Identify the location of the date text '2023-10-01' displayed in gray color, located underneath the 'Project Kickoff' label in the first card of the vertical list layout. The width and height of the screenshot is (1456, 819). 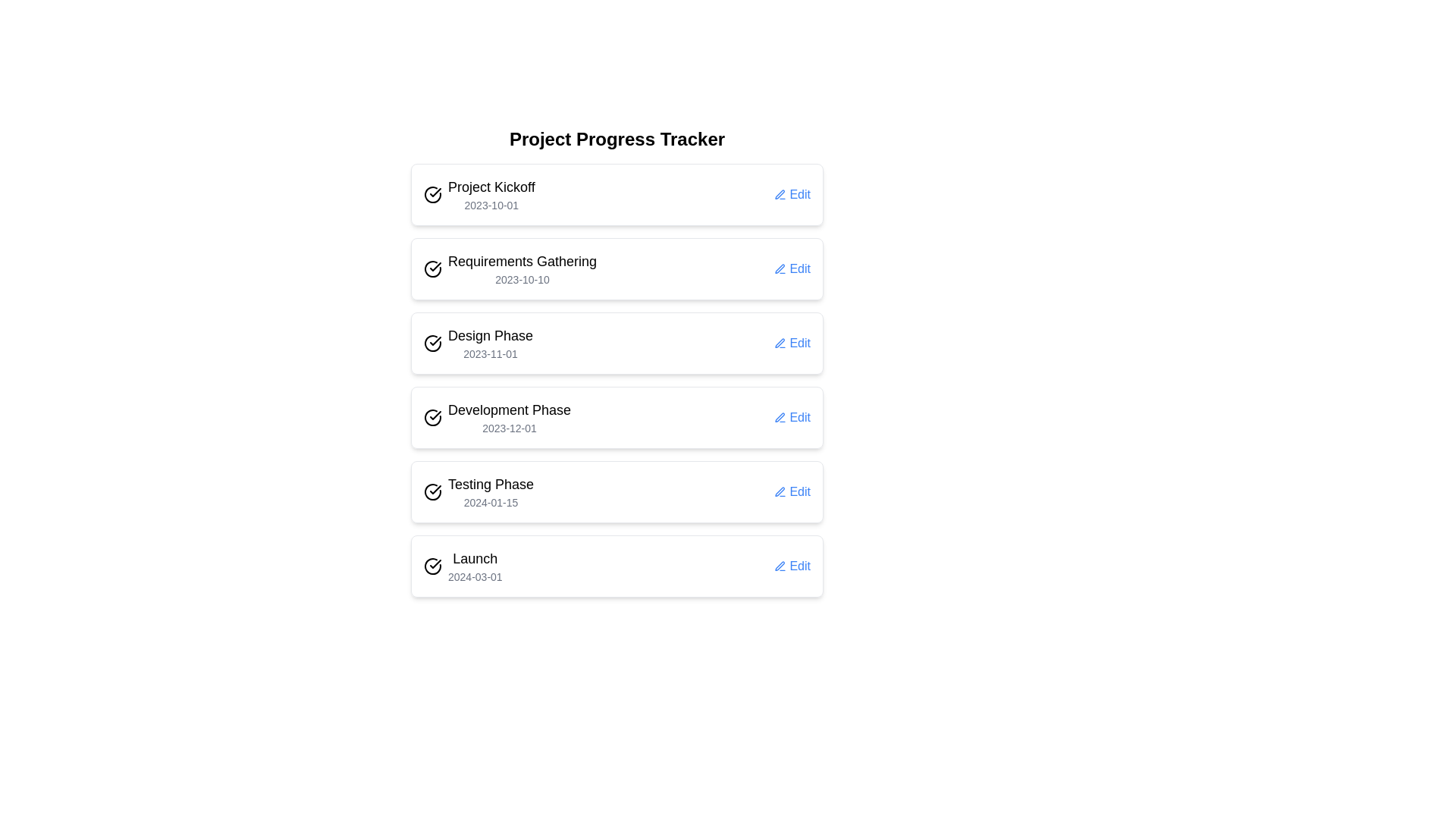
(491, 205).